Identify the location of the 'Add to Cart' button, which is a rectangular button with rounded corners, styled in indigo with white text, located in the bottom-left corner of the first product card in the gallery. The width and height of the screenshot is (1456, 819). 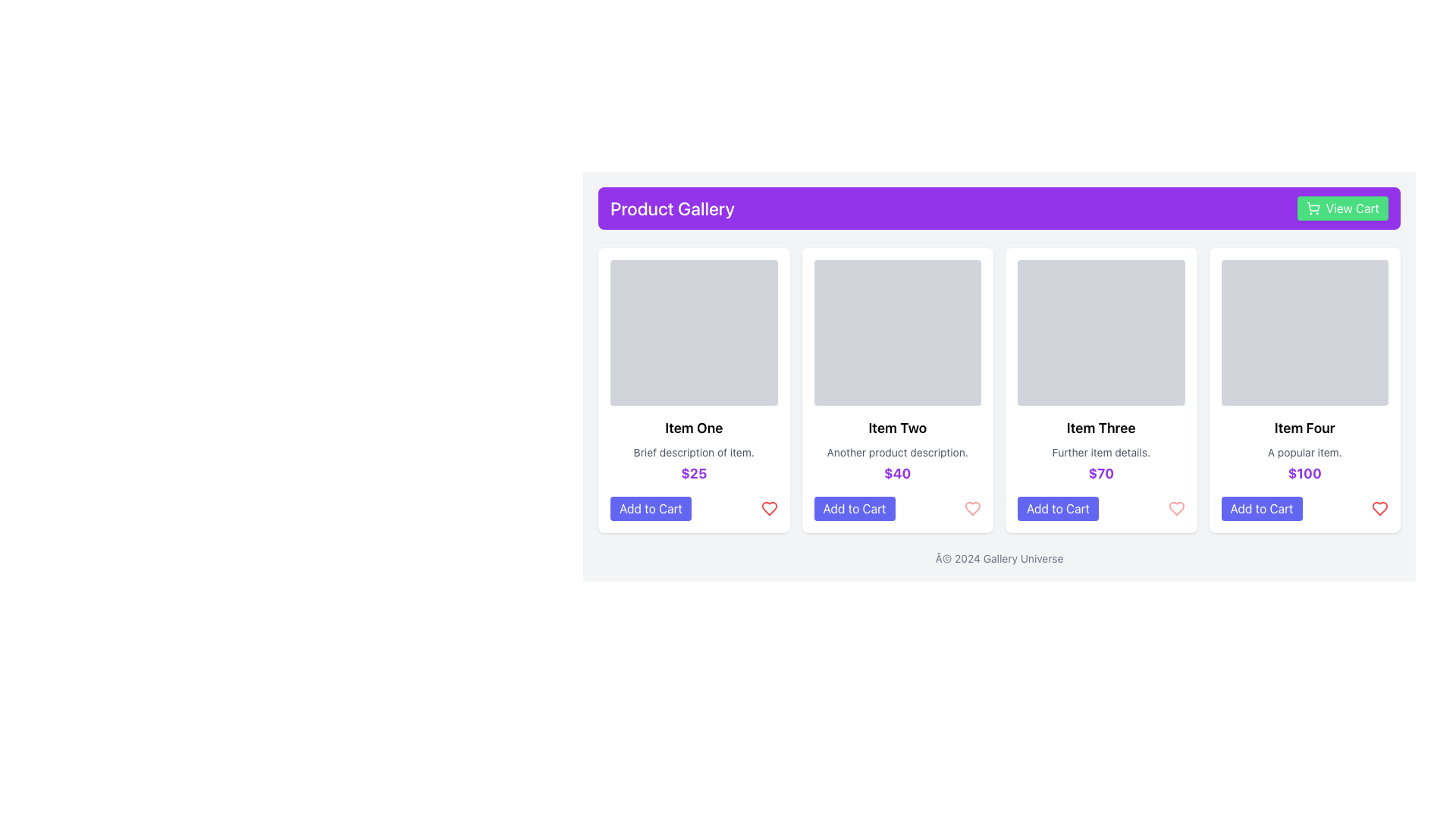
(651, 509).